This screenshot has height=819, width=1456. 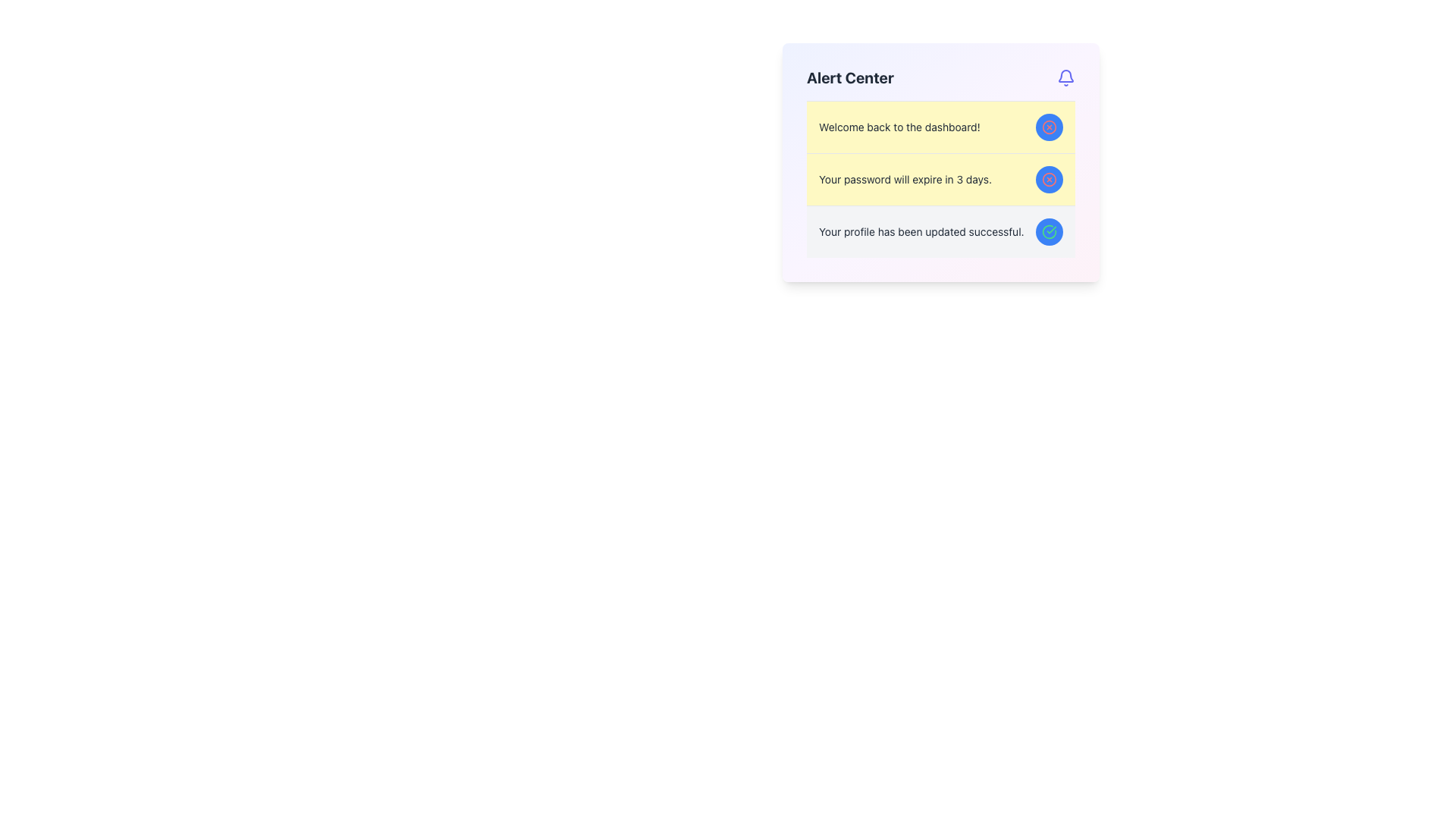 I want to click on the small red circular icon with a cross symbol inside the blue circular button located adjacent to the alert message 'Your password will expire in 3 days.', so click(x=1048, y=178).